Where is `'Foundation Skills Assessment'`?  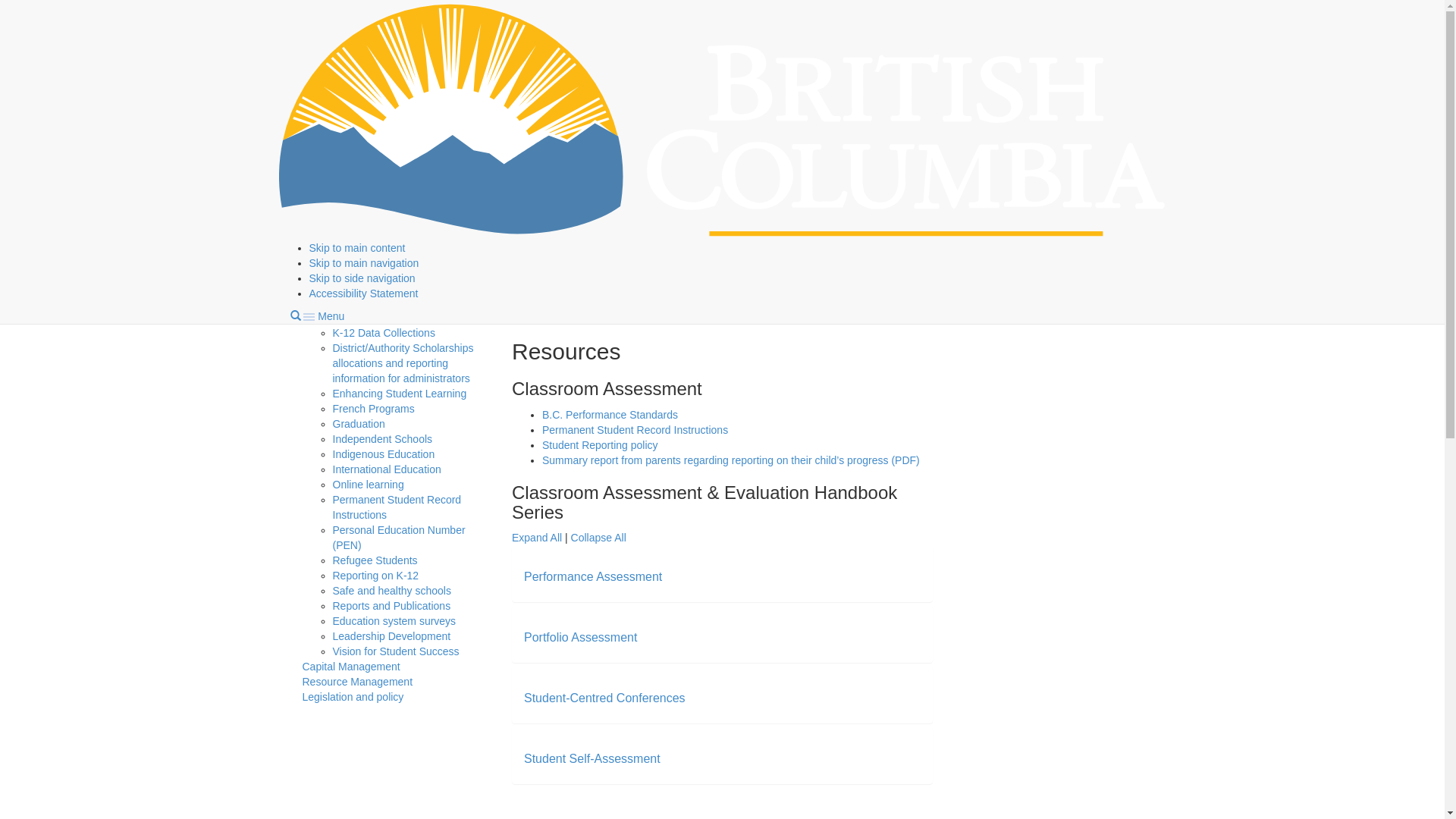 'Foundation Skills Assessment' is located at coordinates (403, 172).